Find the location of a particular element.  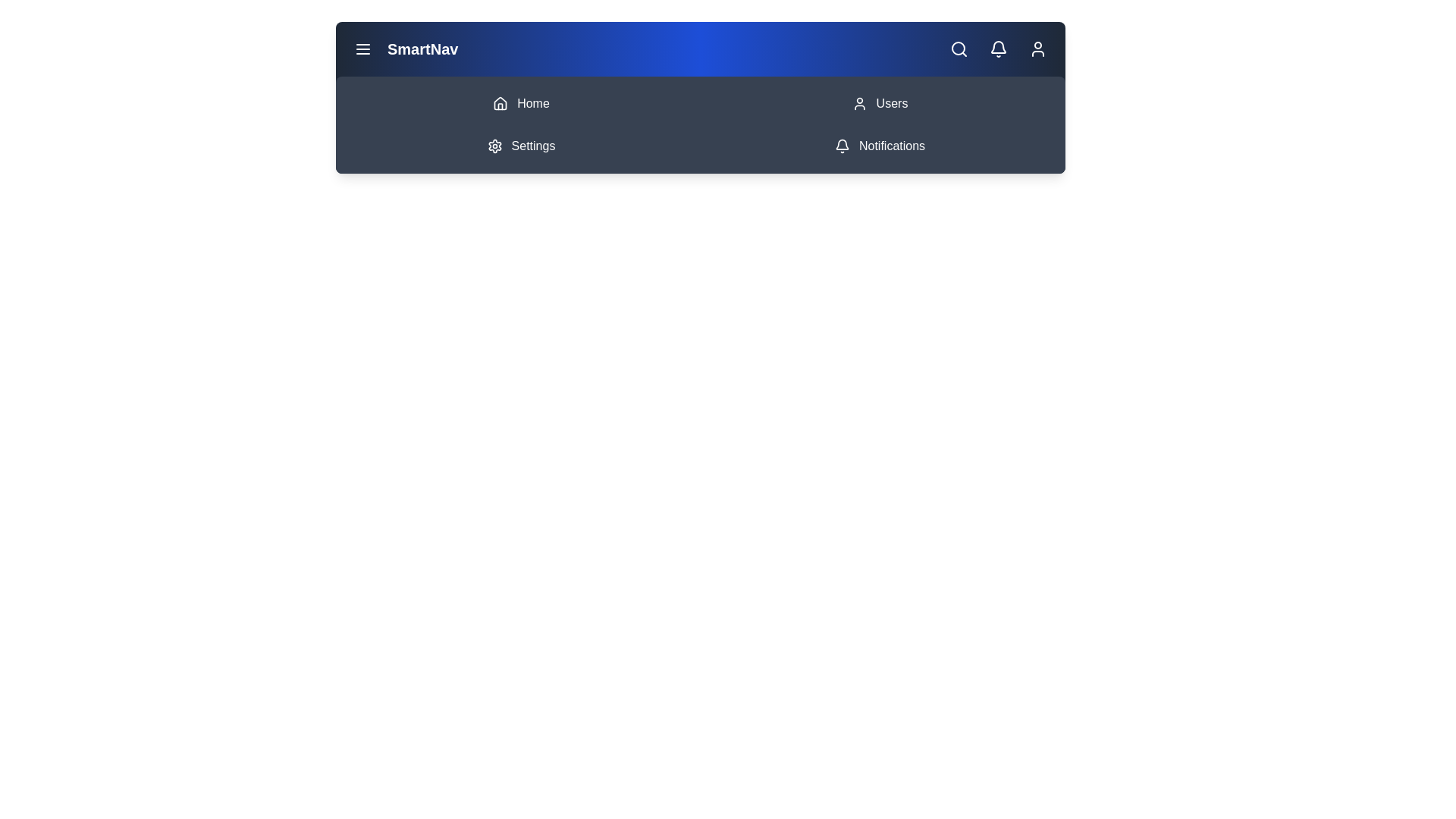

the Home navigation item in the menu is located at coordinates (521, 103).